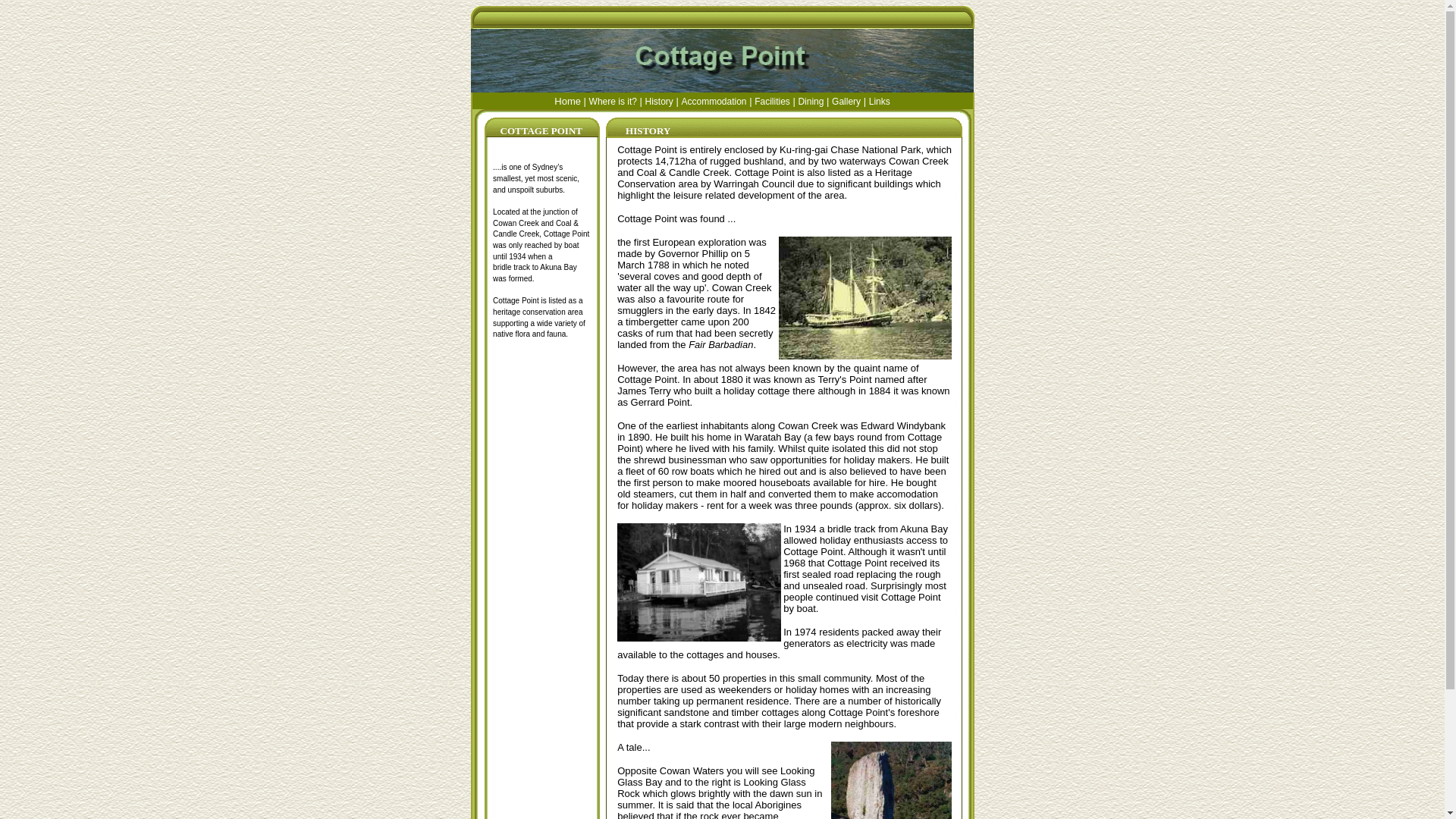 Image resolution: width=1456 pixels, height=819 pixels. Describe the element at coordinates (880, 100) in the screenshot. I see `'Links'` at that location.